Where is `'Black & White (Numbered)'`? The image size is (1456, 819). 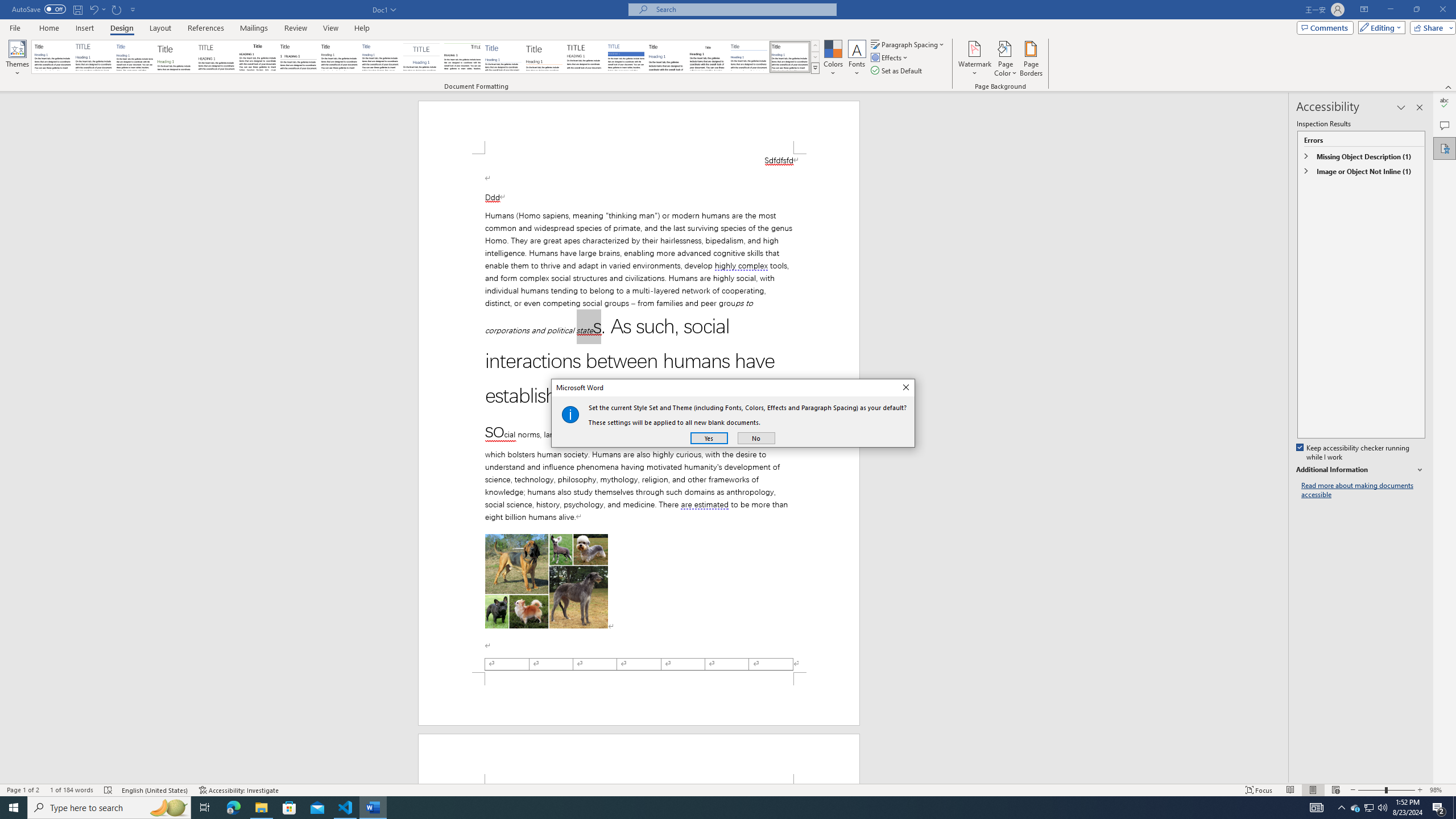
'Black & White (Numbered)' is located at coordinates (297, 56).